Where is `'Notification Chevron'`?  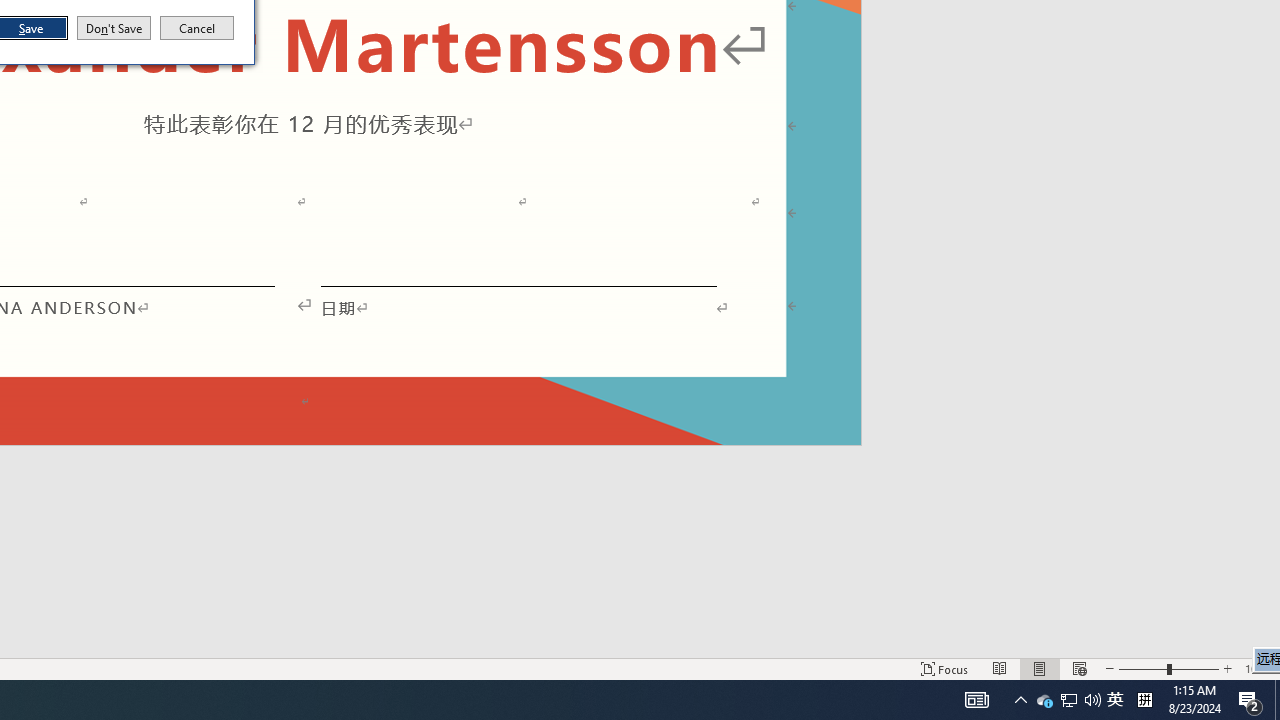
'Notification Chevron' is located at coordinates (1020, 698).